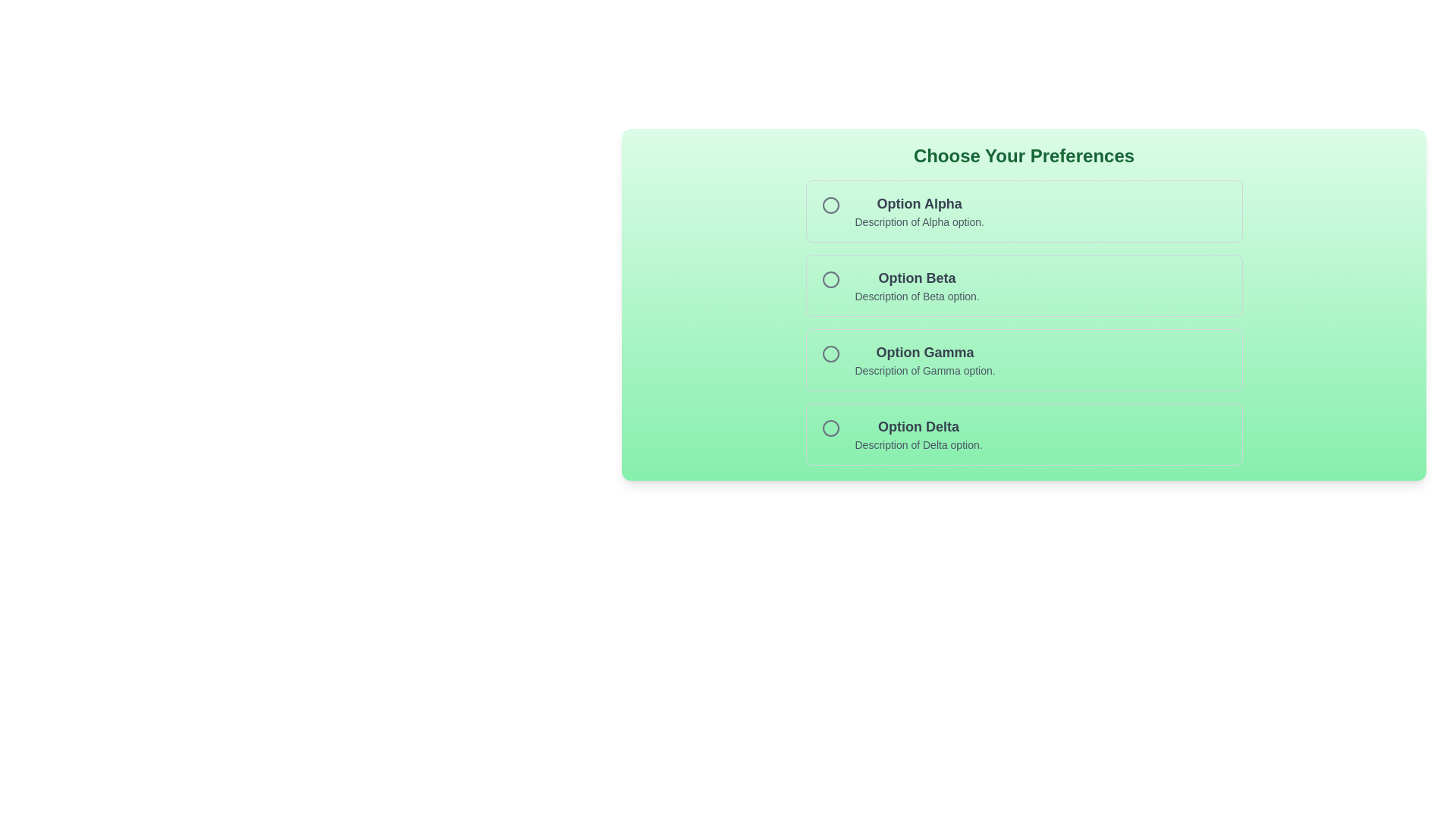 The width and height of the screenshot is (1456, 819). What do you see at coordinates (1024, 211) in the screenshot?
I see `the first selectable list item in the configuration selection interface` at bounding box center [1024, 211].